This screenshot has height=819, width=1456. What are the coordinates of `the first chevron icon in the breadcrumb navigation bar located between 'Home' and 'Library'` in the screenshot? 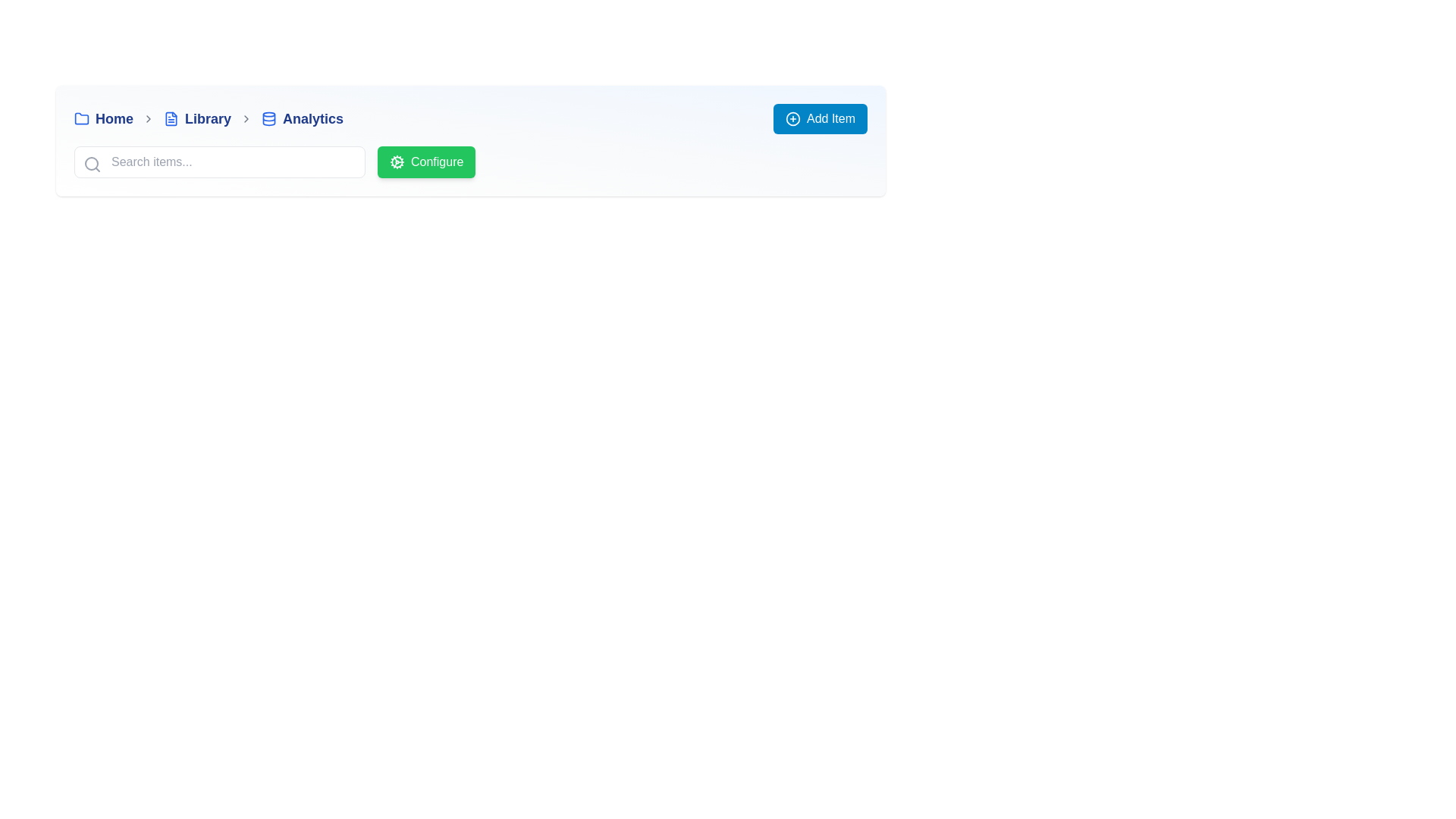 It's located at (149, 118).